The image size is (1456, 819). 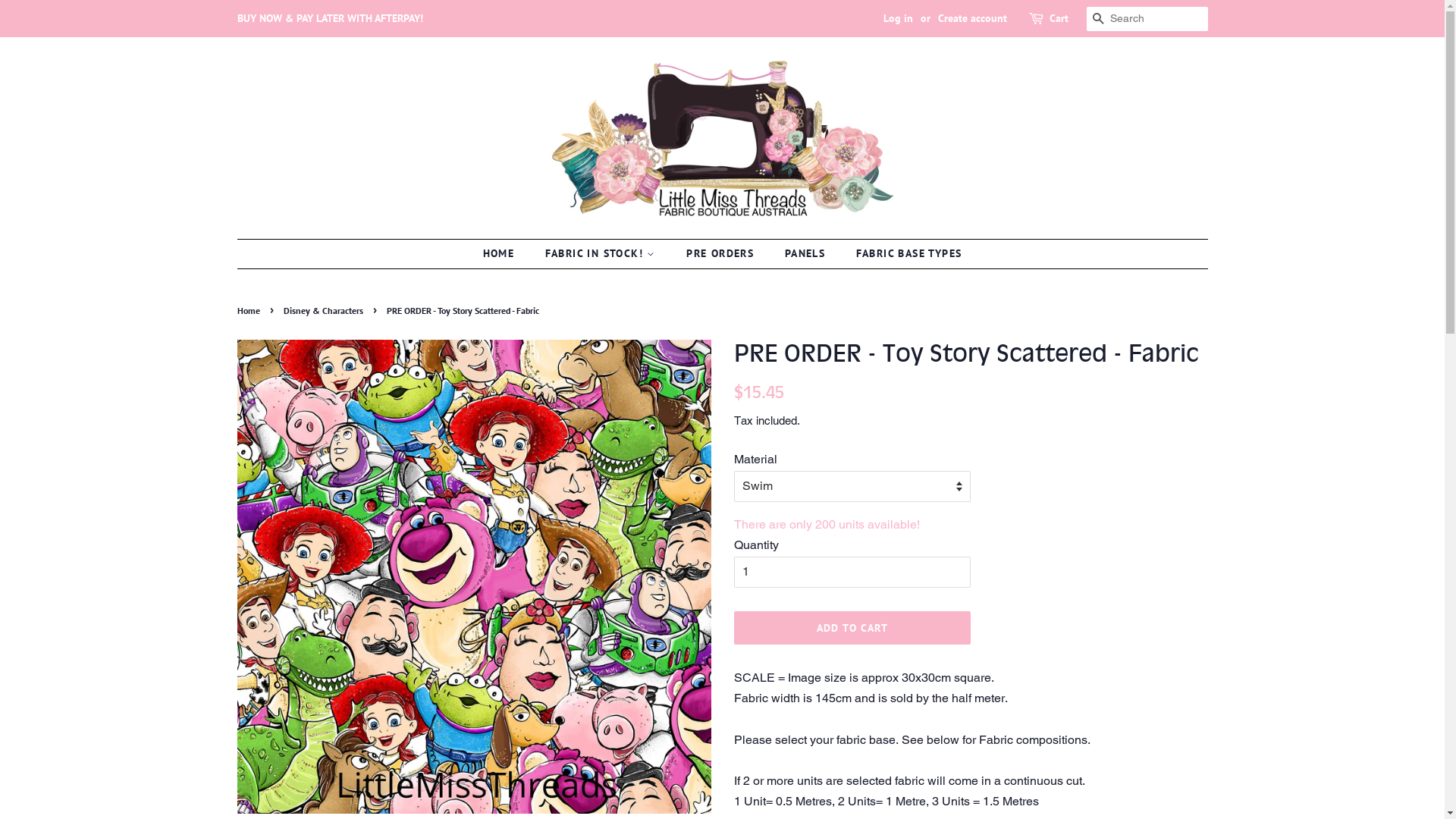 I want to click on 'Disney & Characters', so click(x=284, y=309).